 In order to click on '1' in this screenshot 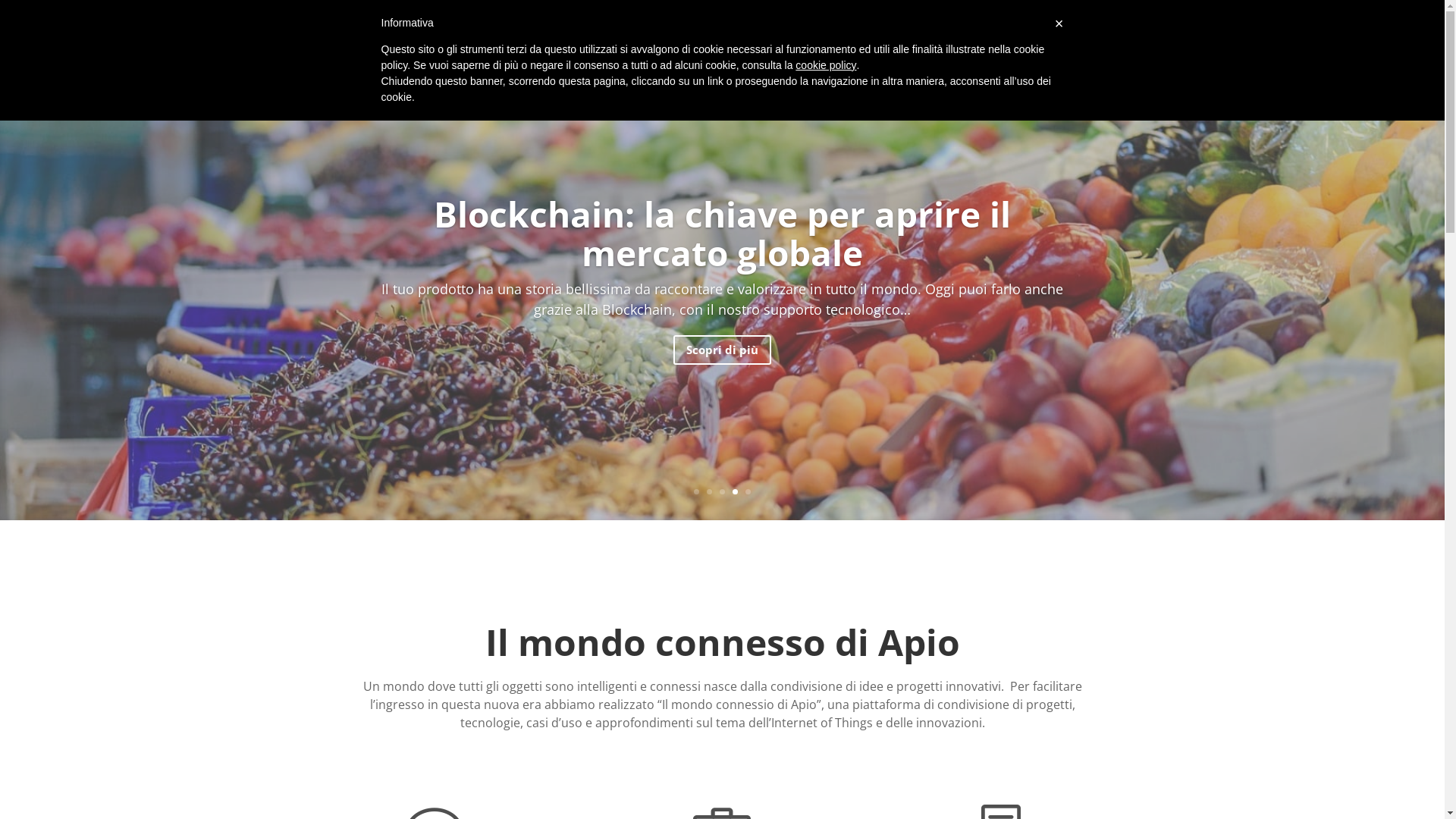, I will do `click(695, 491)`.